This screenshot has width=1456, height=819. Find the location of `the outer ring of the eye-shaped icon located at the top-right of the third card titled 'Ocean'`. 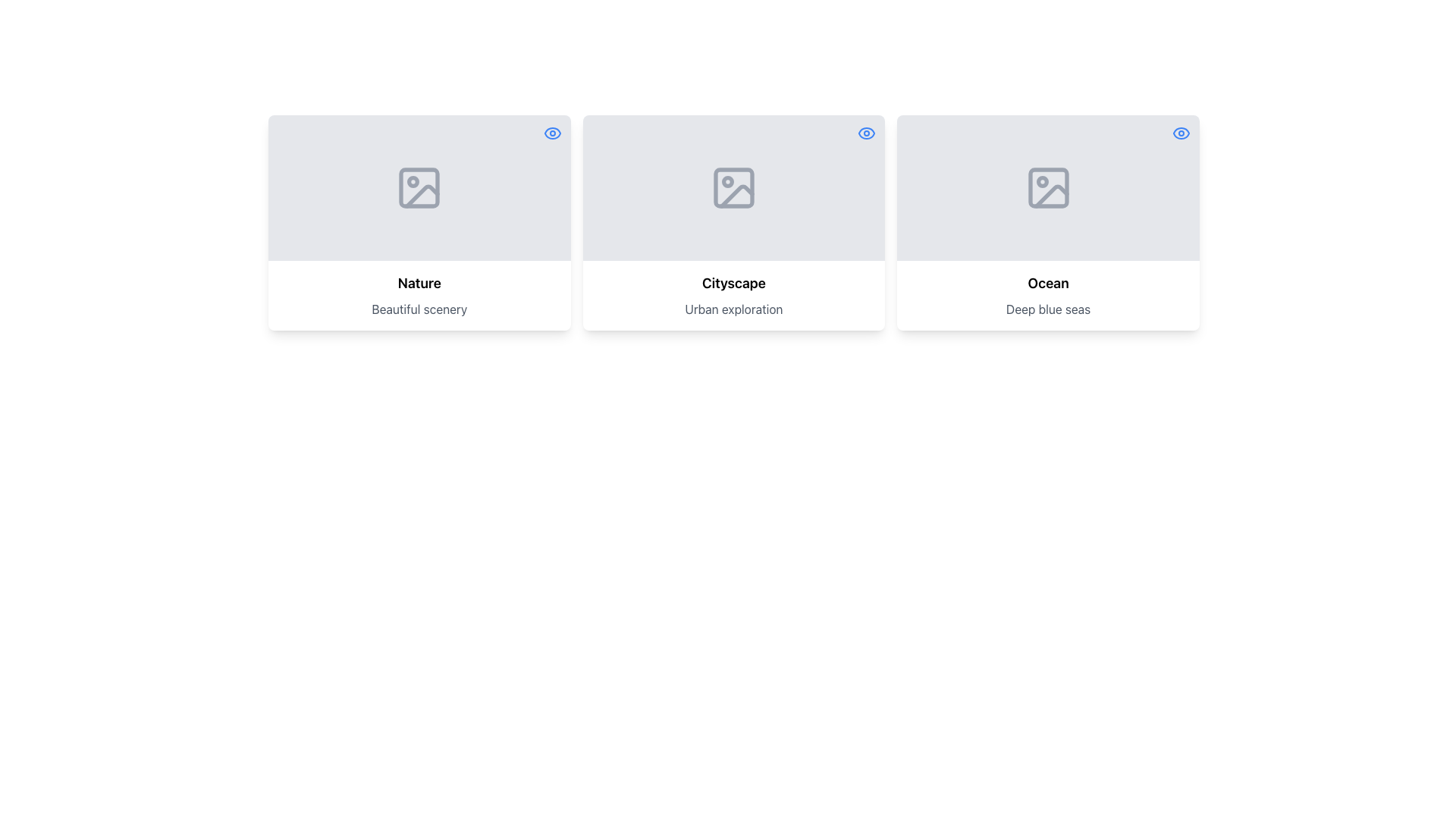

the outer ring of the eye-shaped icon located at the top-right of the third card titled 'Ocean' is located at coordinates (1180, 133).